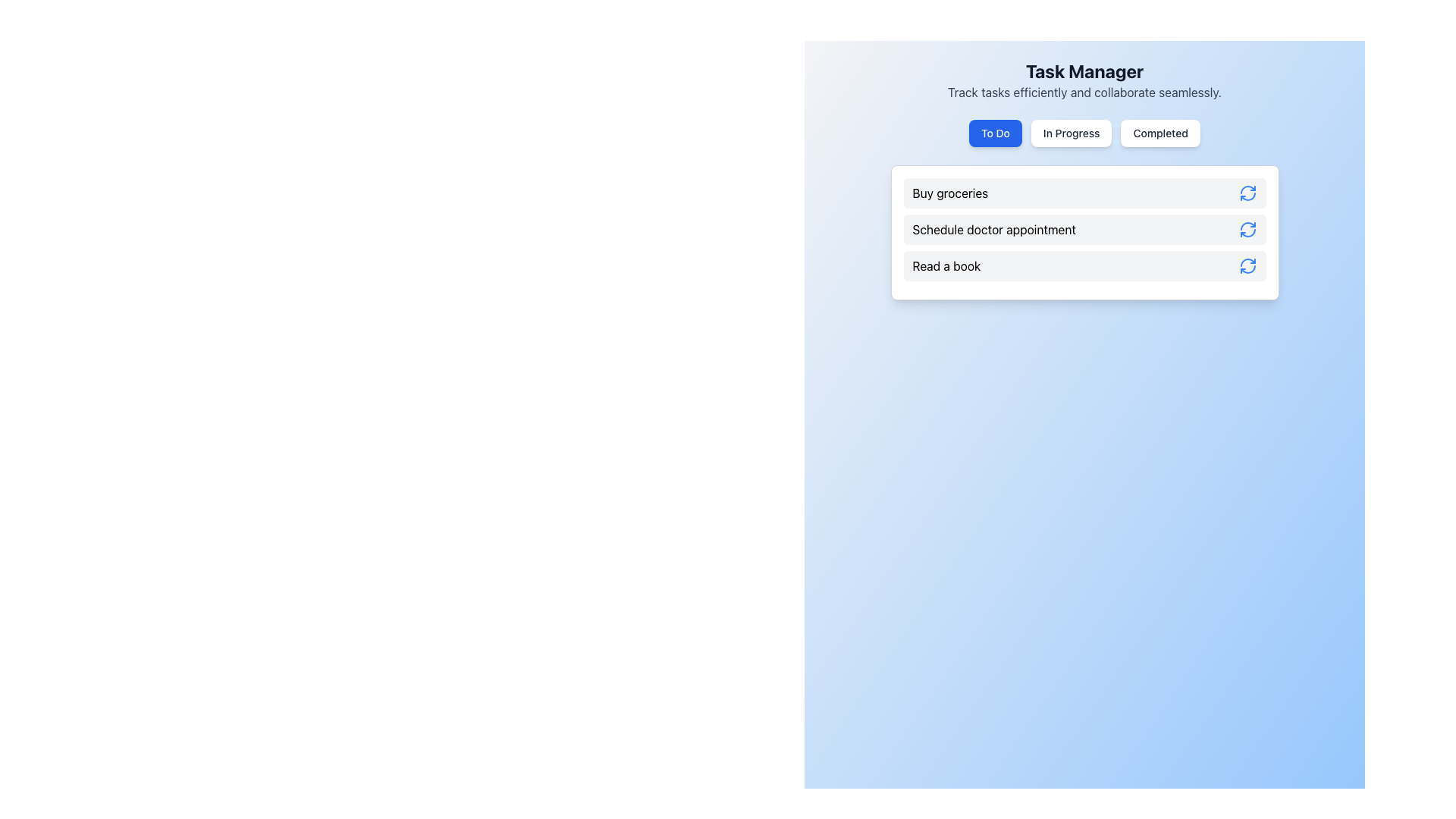 The image size is (1456, 819). I want to click on the refresh button in the top-right section of the 'Schedule doctor appointment' task to possibly reveal a tooltip, so click(1247, 230).